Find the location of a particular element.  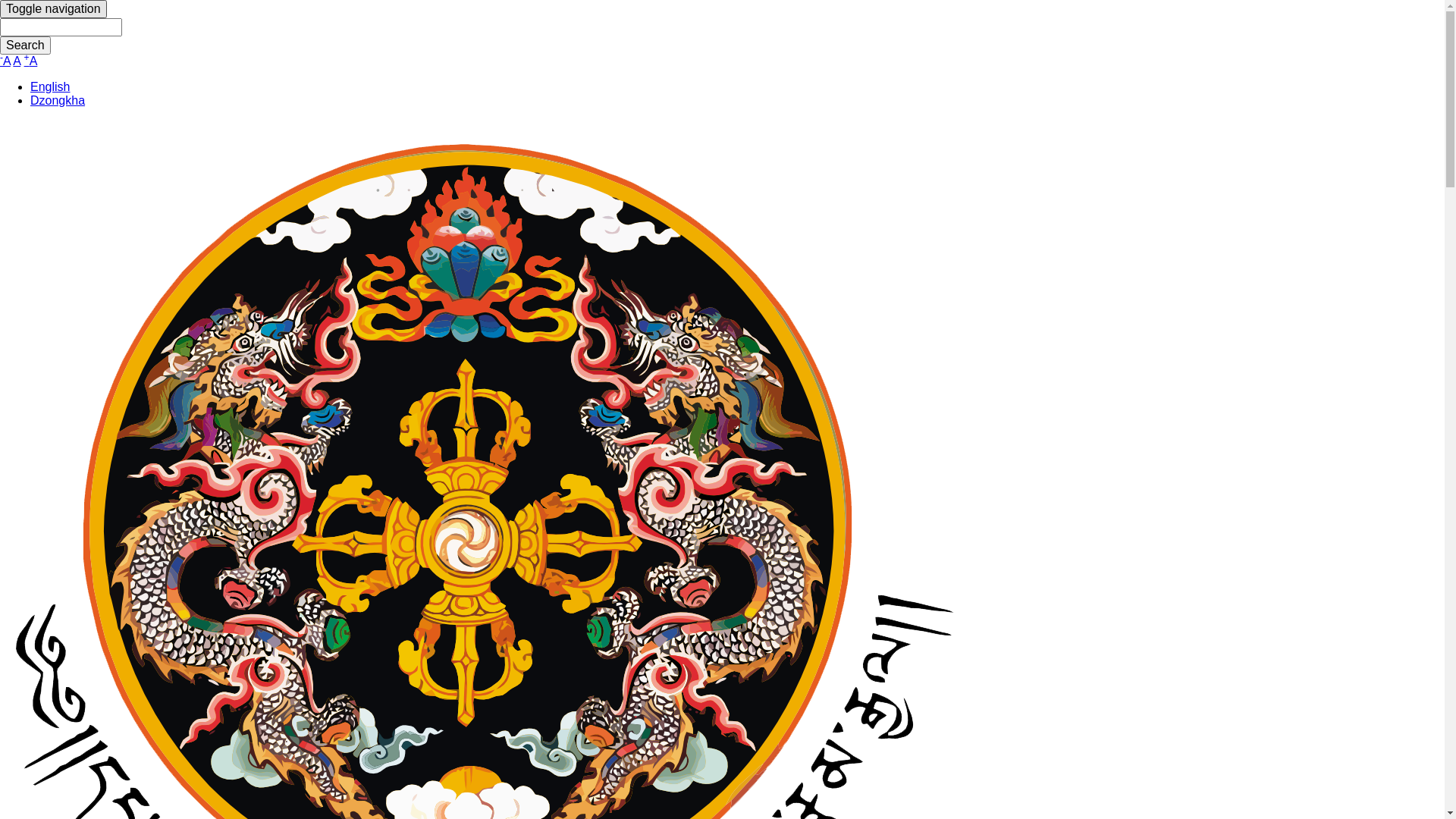

'Enter the terms you wish to search for.' is located at coordinates (61, 27).